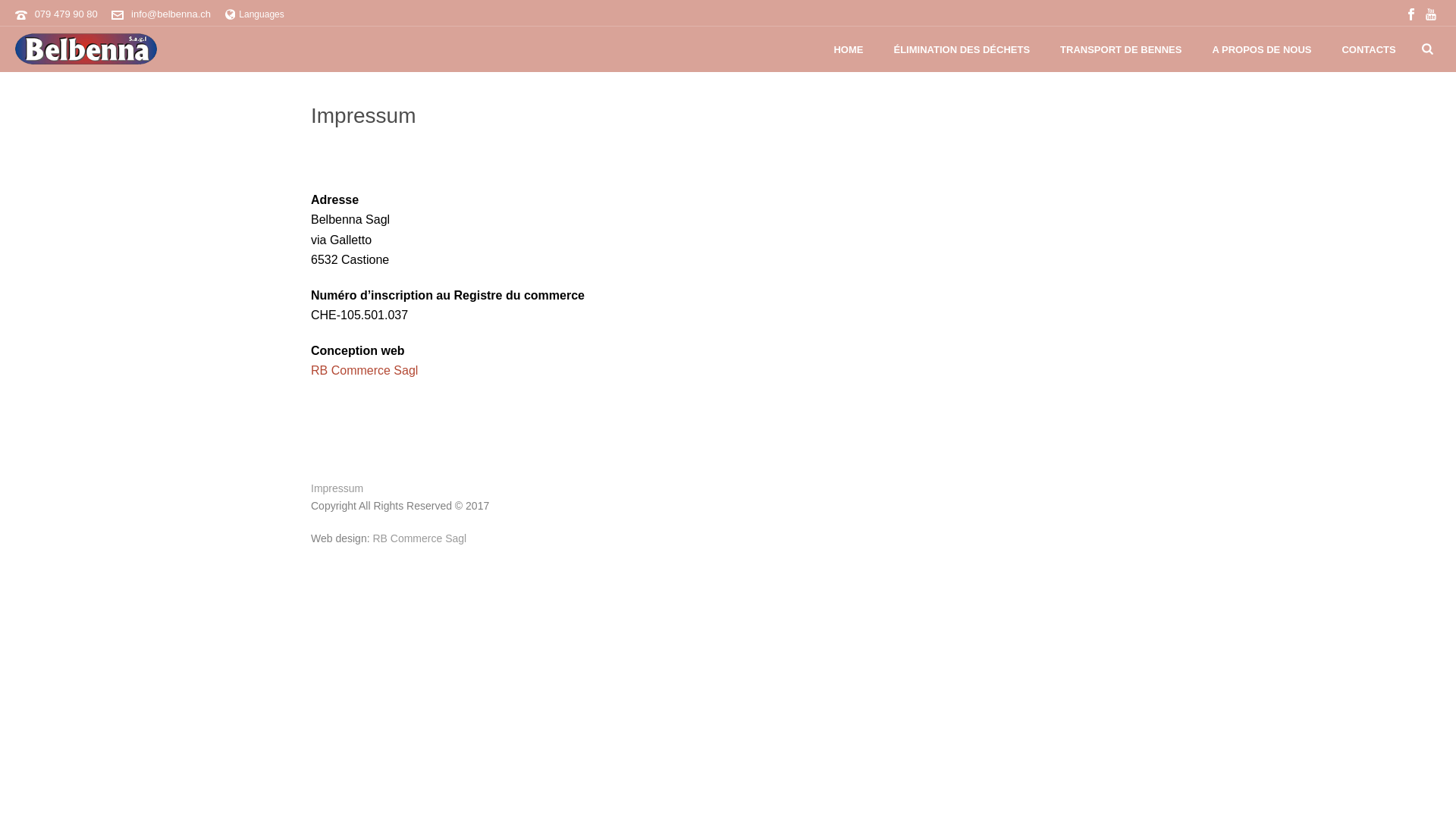  Describe the element at coordinates (65, 14) in the screenshot. I see `'079 479 90 80'` at that location.